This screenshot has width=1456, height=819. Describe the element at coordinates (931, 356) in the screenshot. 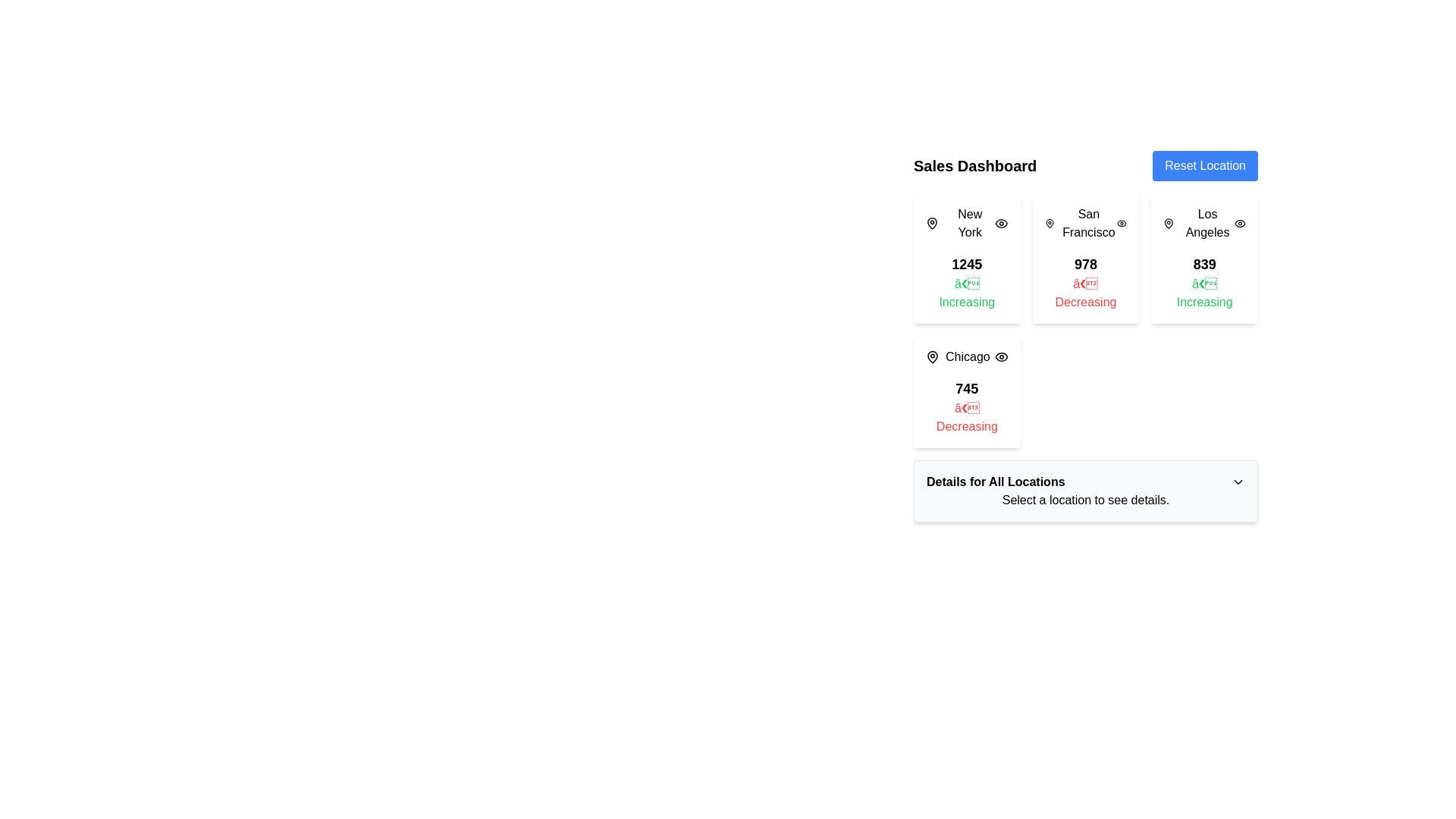

I see `map pin icon element styled as a hollow circular form with a tapering downward extension, located on the 'Chicago' data card, for style or structure in developer tools` at that location.